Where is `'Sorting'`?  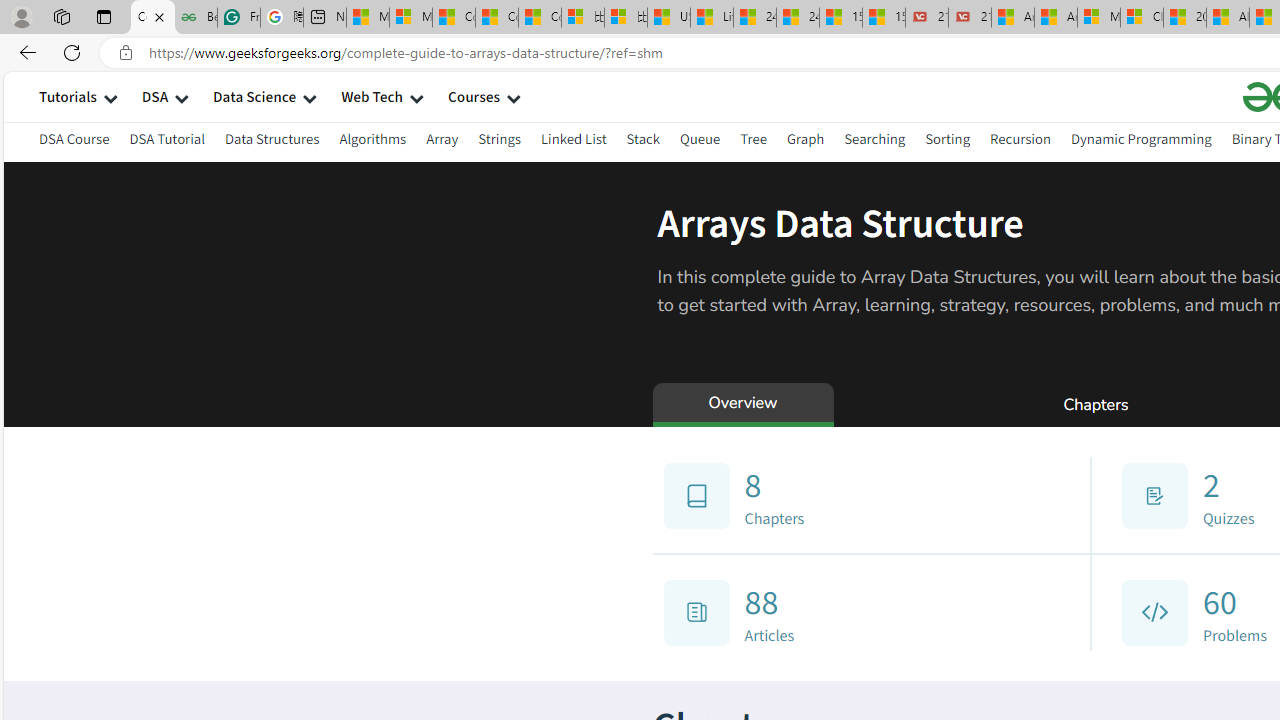 'Sorting' is located at coordinates (946, 138).